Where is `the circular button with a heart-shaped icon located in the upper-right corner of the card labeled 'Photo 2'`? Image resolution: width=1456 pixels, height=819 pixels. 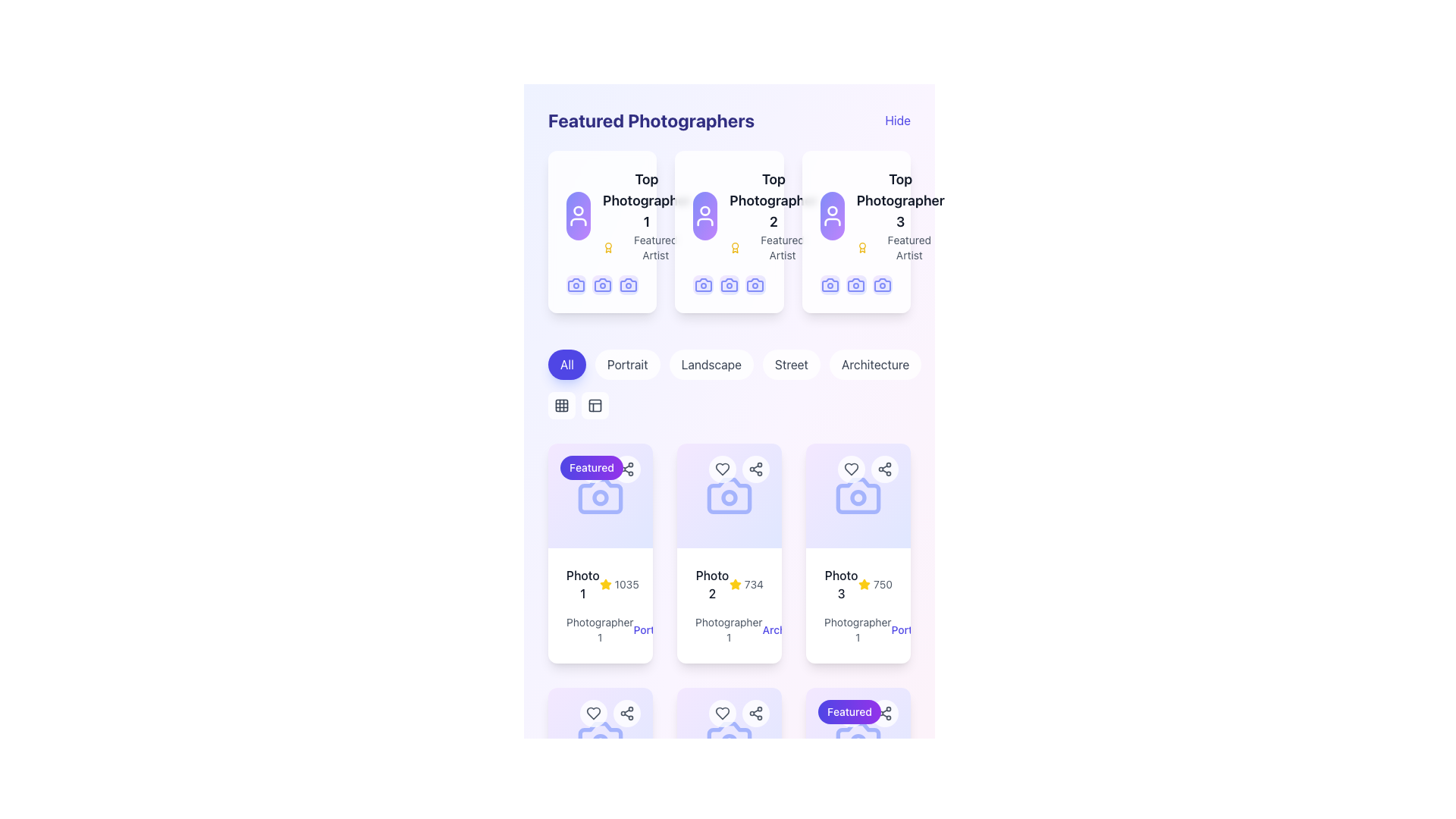 the circular button with a heart-shaped icon located in the upper-right corner of the card labeled 'Photo 2' is located at coordinates (722, 468).